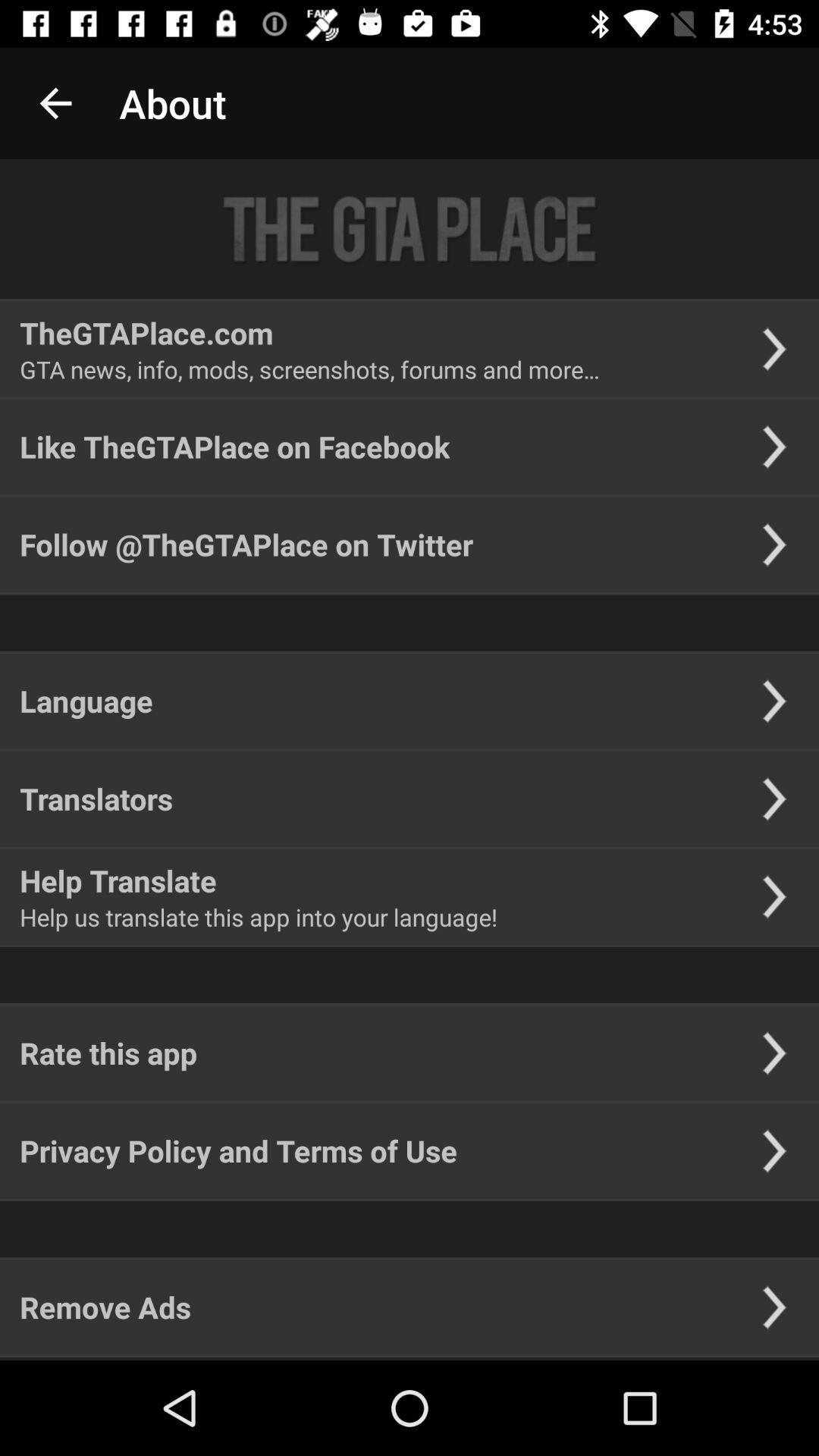 This screenshot has width=819, height=1456. I want to click on icon next to the about item, so click(55, 102).